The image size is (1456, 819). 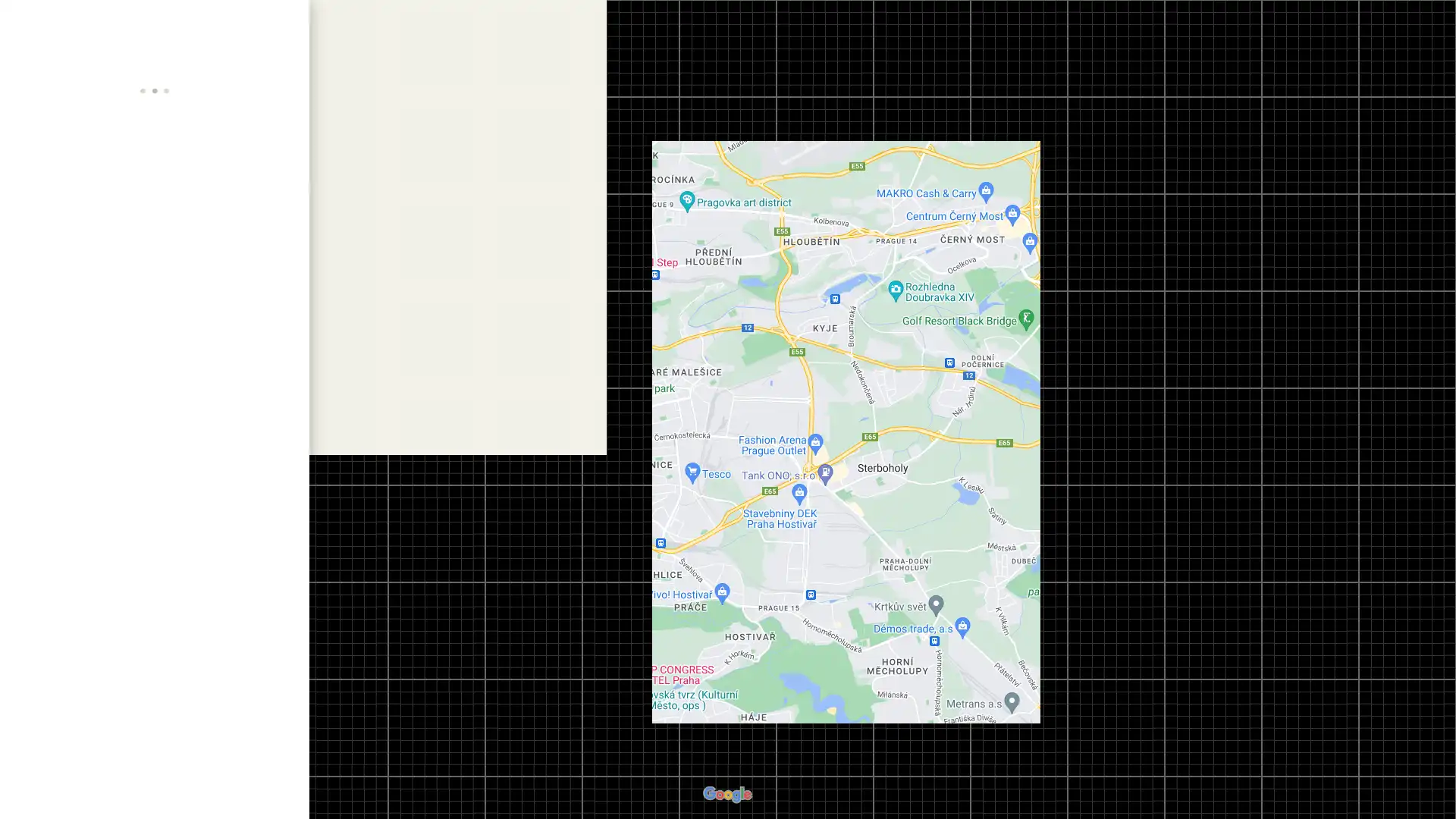 What do you see at coordinates (261, 470) in the screenshot?
I see `Copy plus code` at bounding box center [261, 470].